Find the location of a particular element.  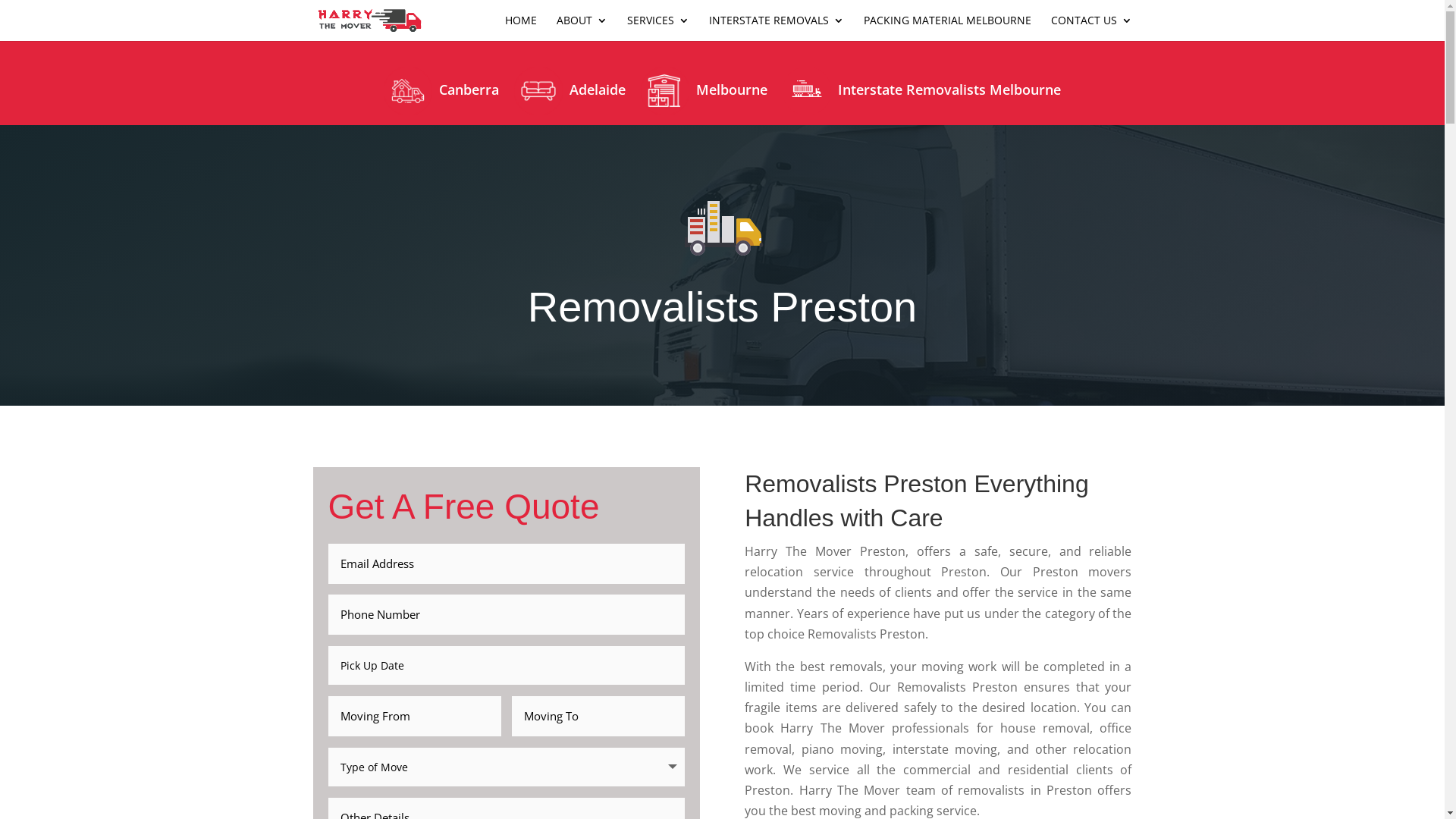

'Adelaide' is located at coordinates (569, 96).